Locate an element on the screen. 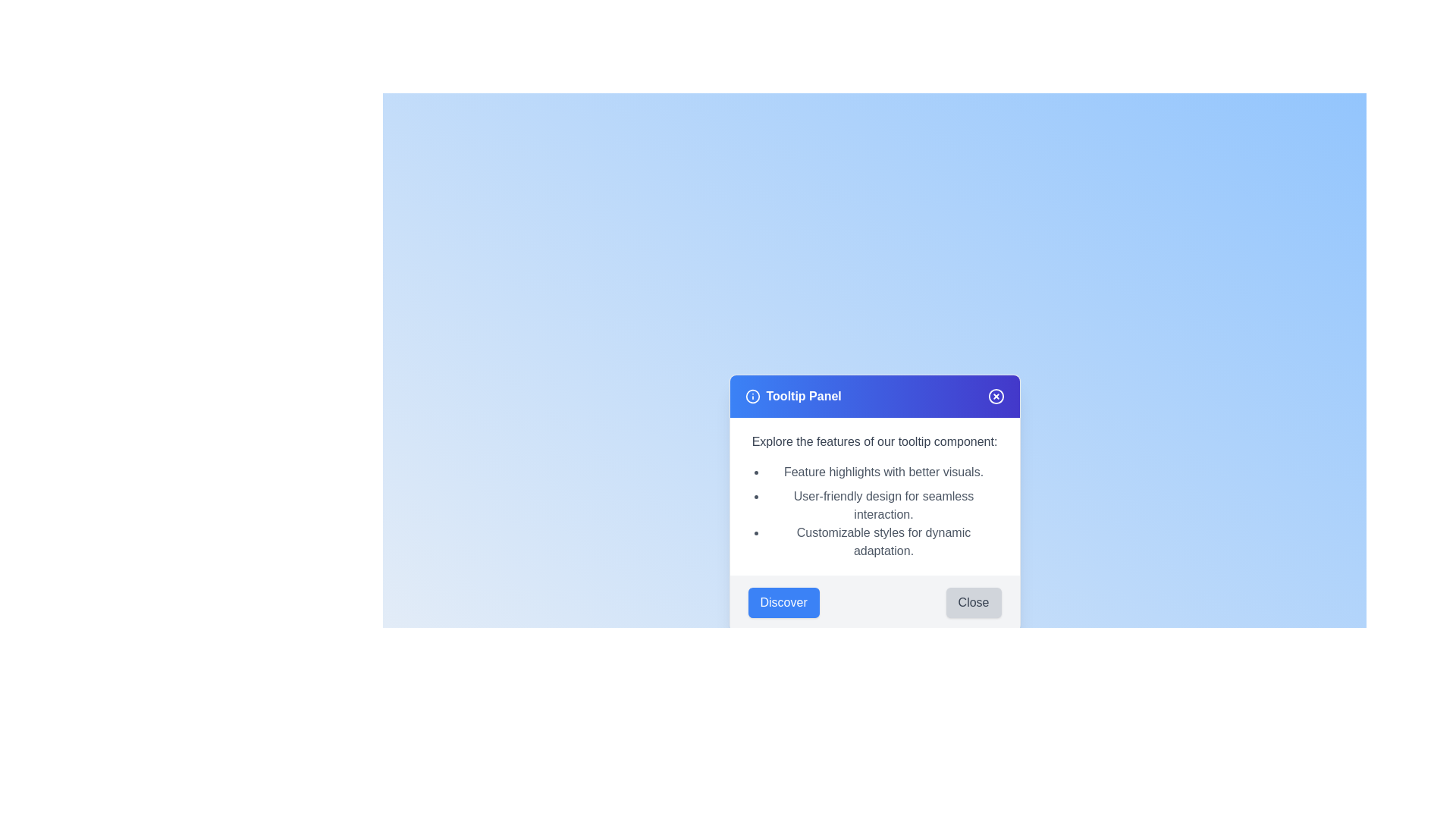  the second item in the bullet-point list describing the user-friendly design feature, which is located in the center of the tooltip component box is located at coordinates (883, 506).